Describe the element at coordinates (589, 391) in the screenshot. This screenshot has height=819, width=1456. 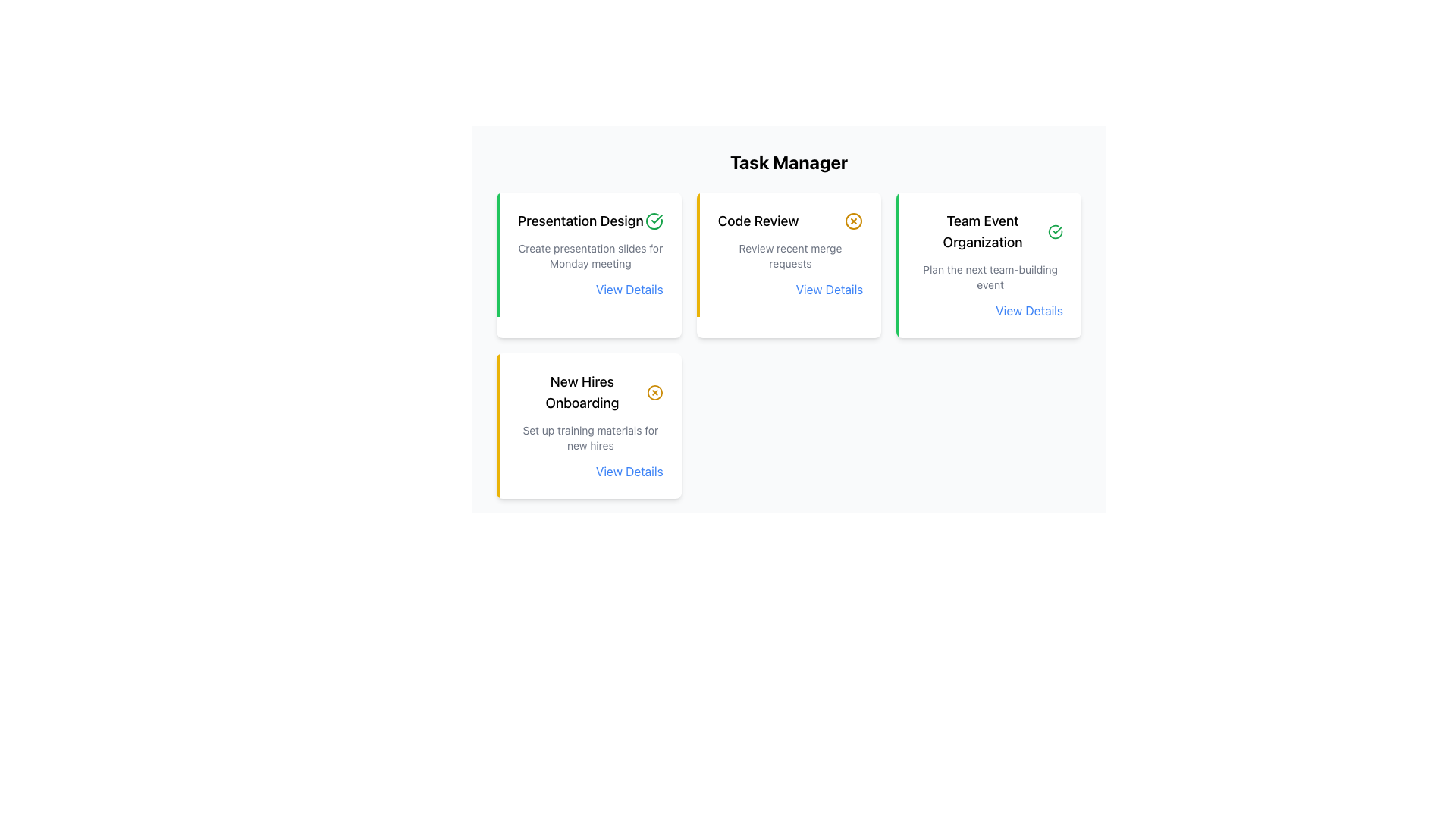
I see `the text label that serves as the title of the 'New Hires Onboarding' card, positioned in the middle row of the grid layout` at that location.